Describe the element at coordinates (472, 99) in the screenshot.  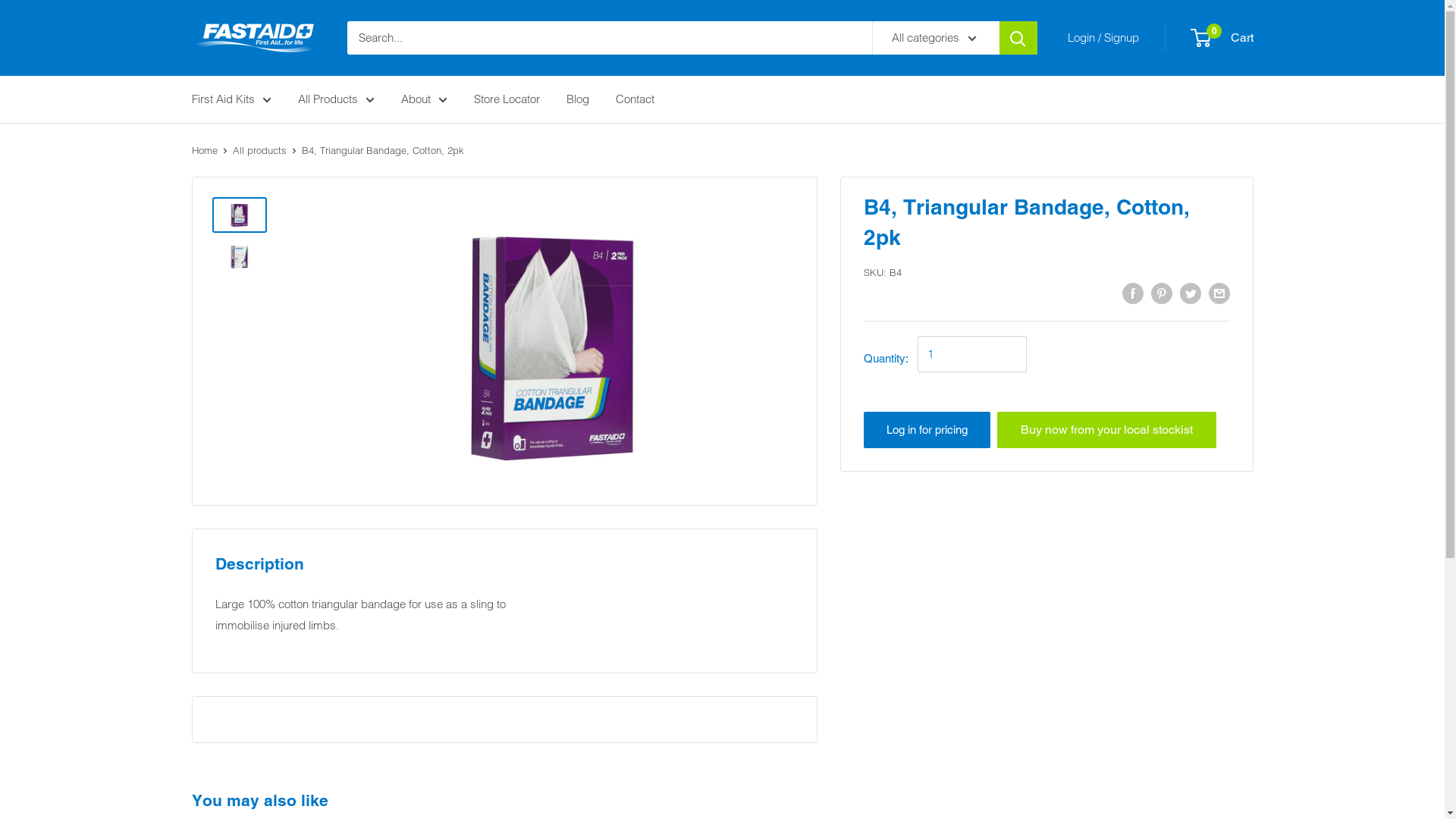
I see `'Store Locator'` at that location.